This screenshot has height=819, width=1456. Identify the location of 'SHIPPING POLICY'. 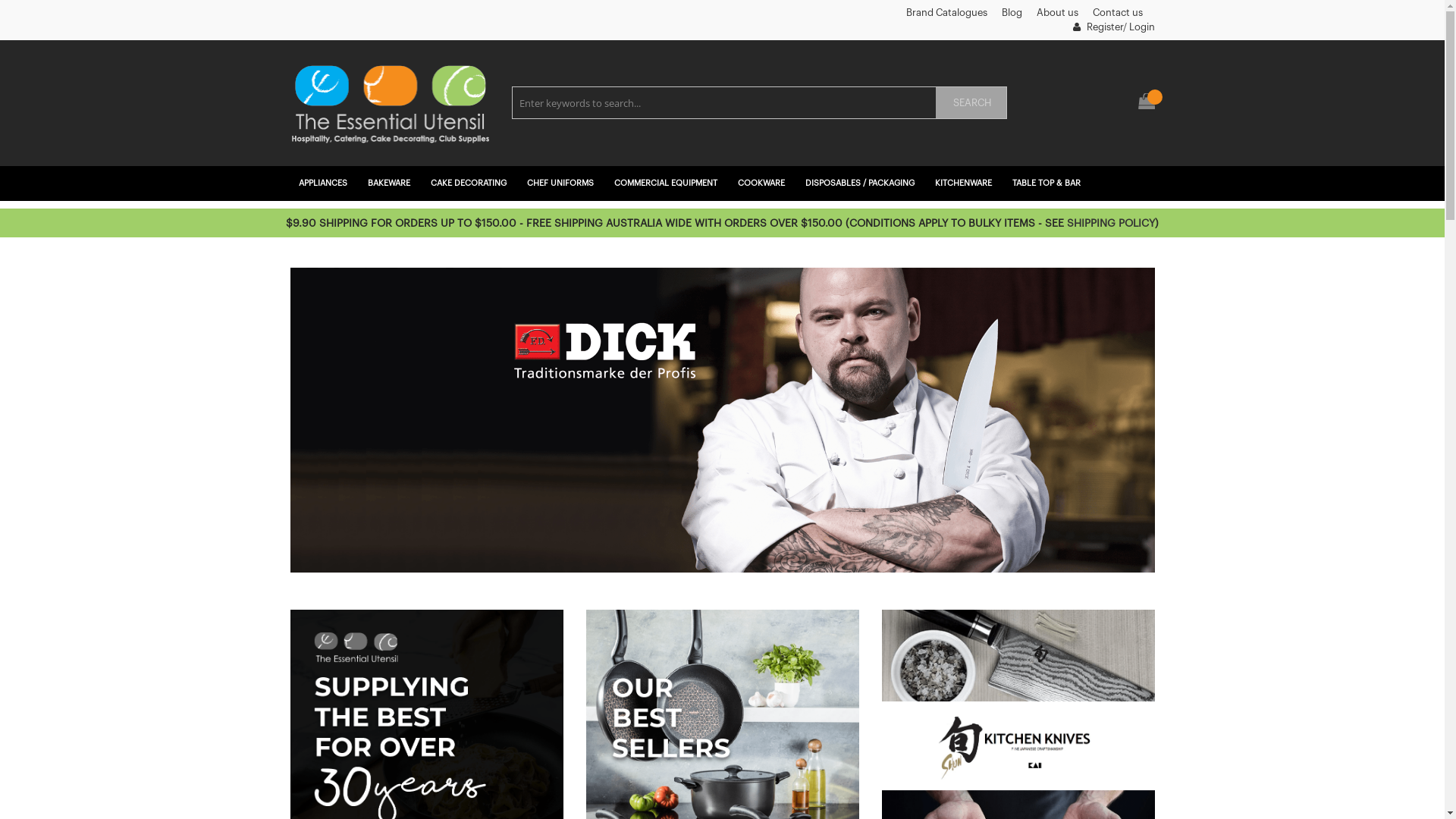
(1110, 223).